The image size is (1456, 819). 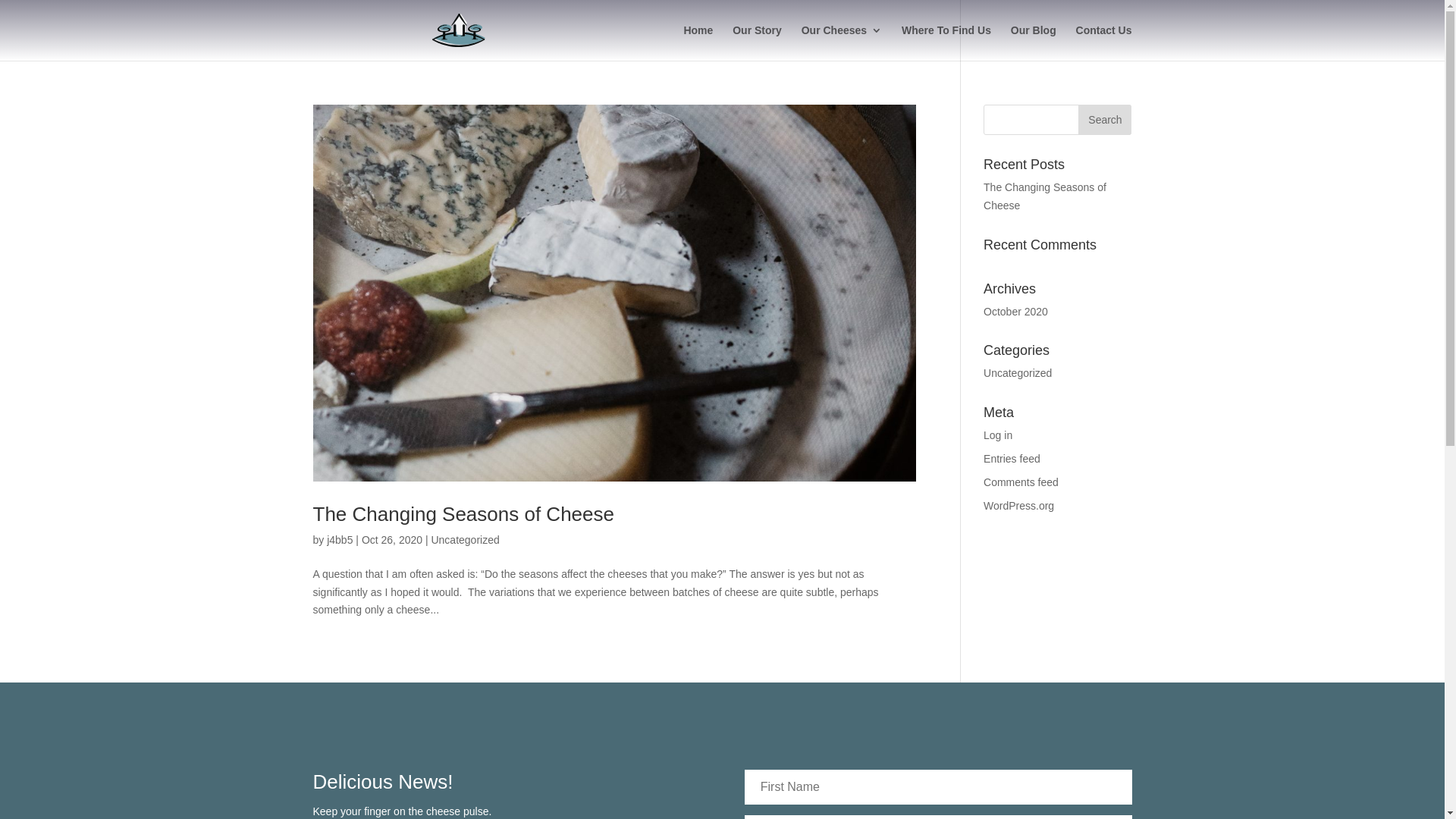 What do you see at coordinates (326, 539) in the screenshot?
I see `'j4bb5'` at bounding box center [326, 539].